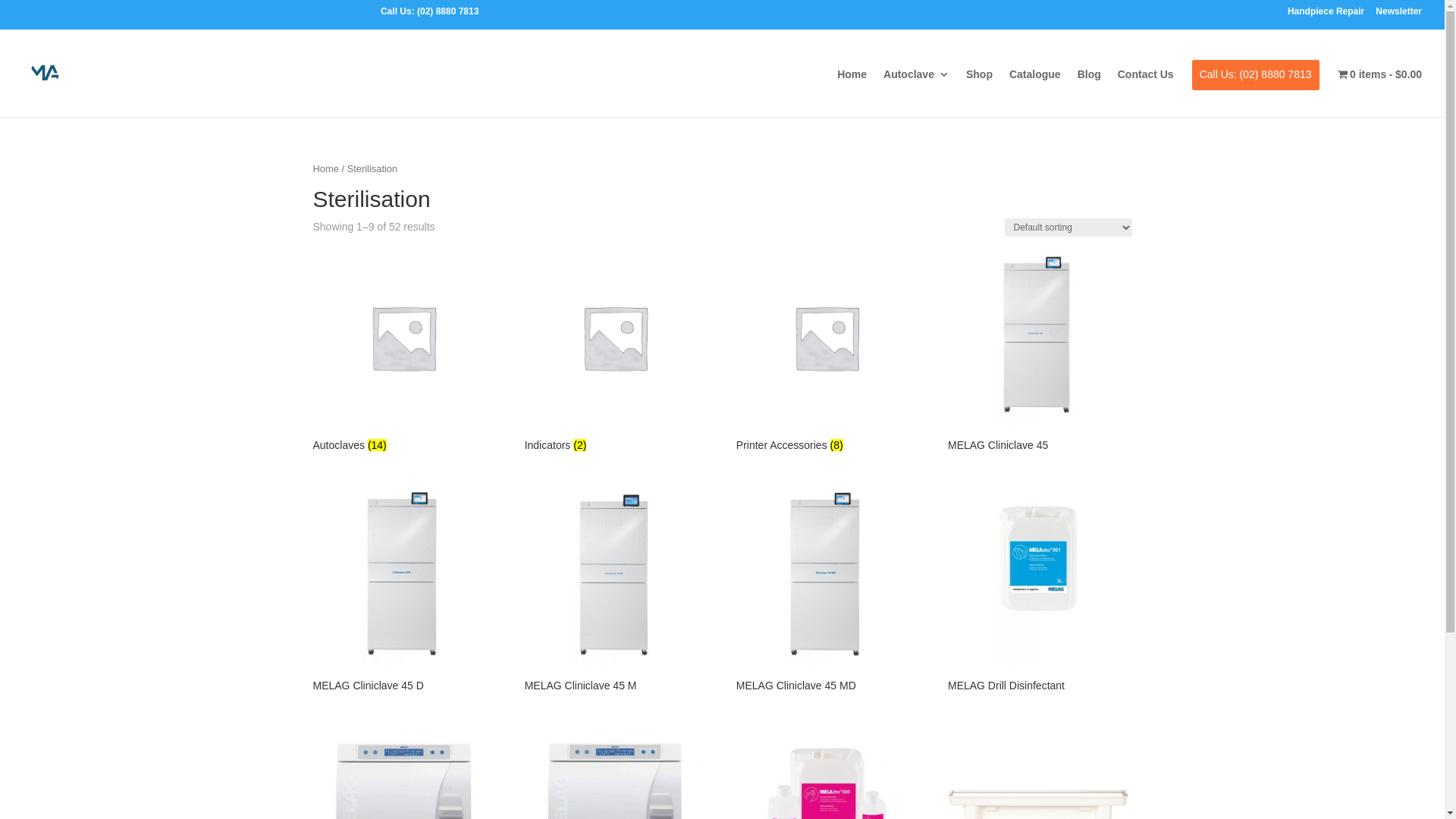  Describe the element at coordinates (1325, 14) in the screenshot. I see `'Handpiece Repair'` at that location.